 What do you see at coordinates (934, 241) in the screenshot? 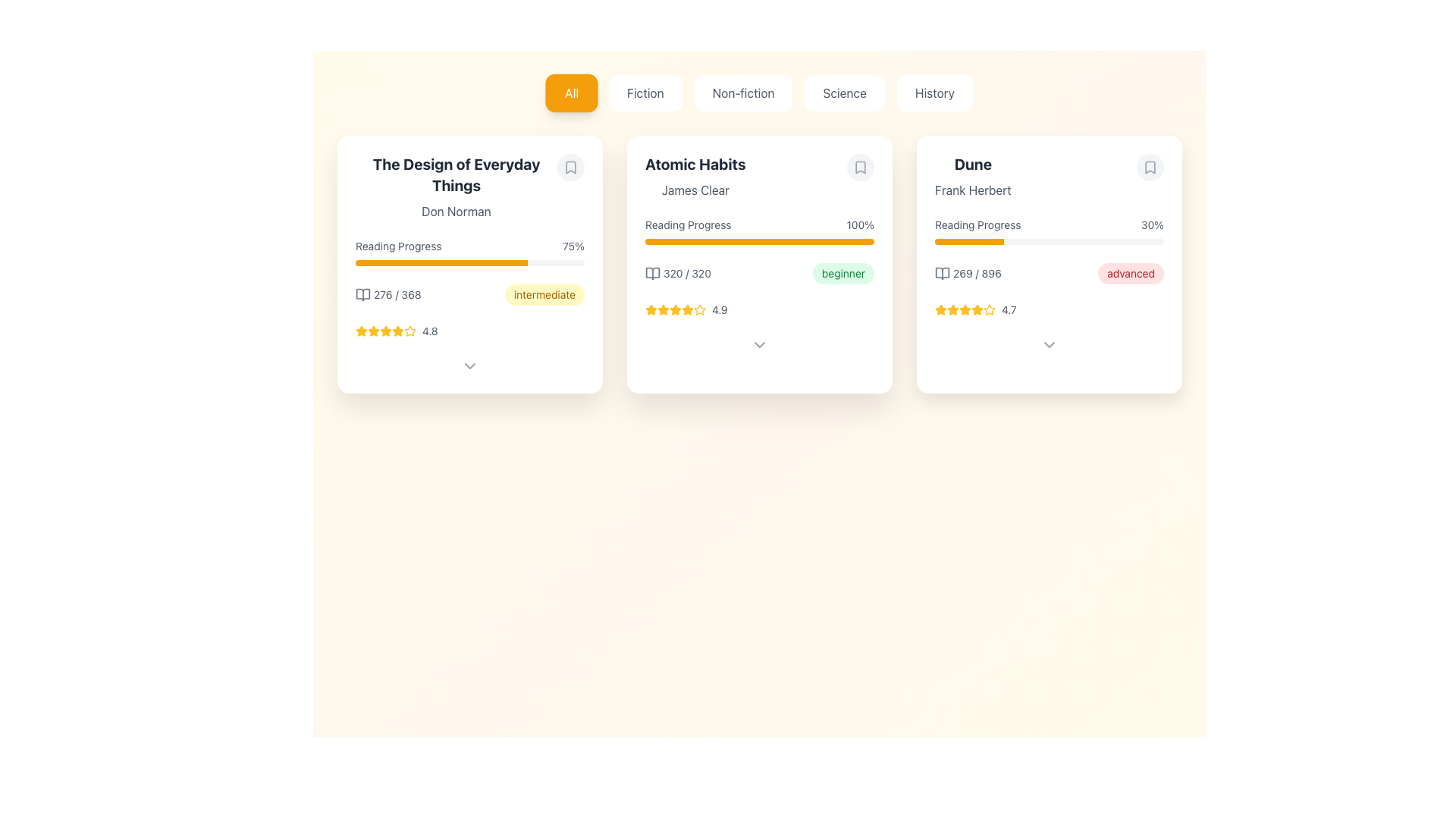
I see `the reading progress` at bounding box center [934, 241].